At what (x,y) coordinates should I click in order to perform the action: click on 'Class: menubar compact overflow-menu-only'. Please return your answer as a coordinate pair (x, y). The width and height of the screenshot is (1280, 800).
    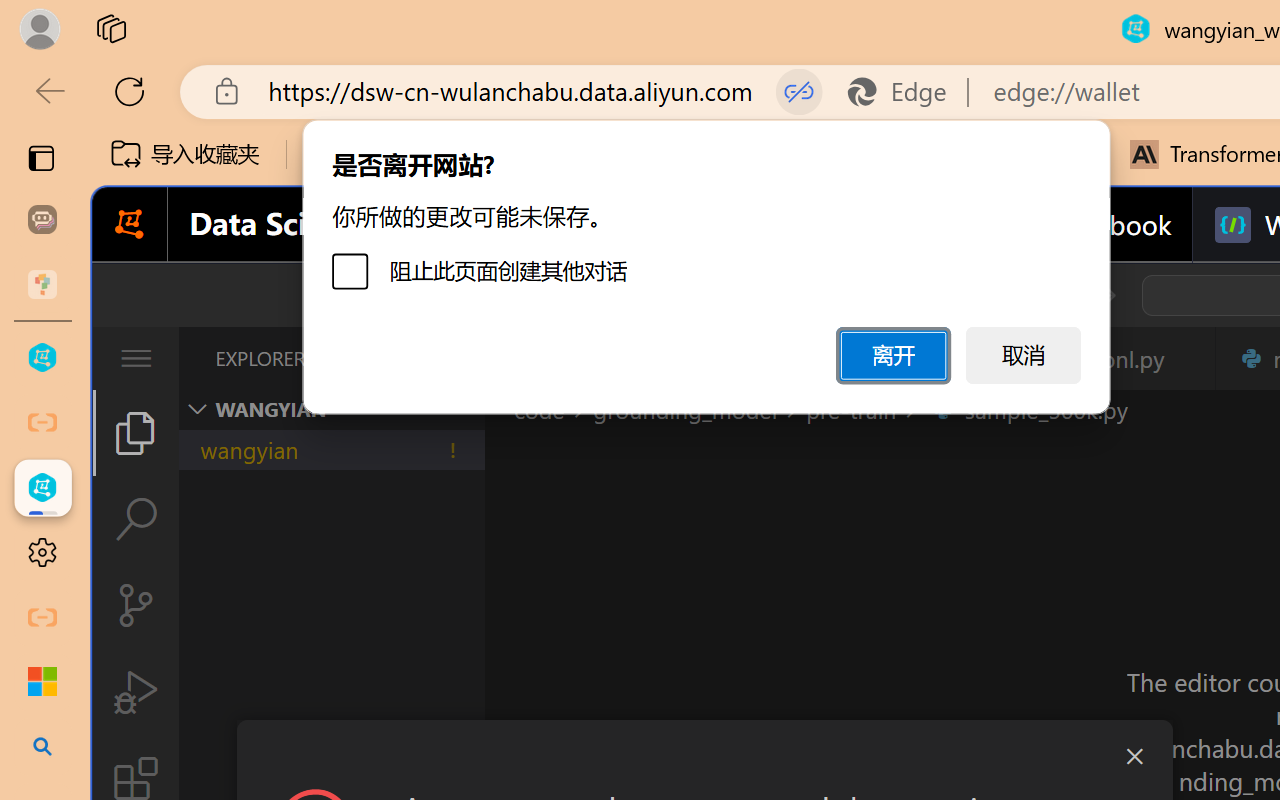
    Looking at the image, I should click on (134, 358).